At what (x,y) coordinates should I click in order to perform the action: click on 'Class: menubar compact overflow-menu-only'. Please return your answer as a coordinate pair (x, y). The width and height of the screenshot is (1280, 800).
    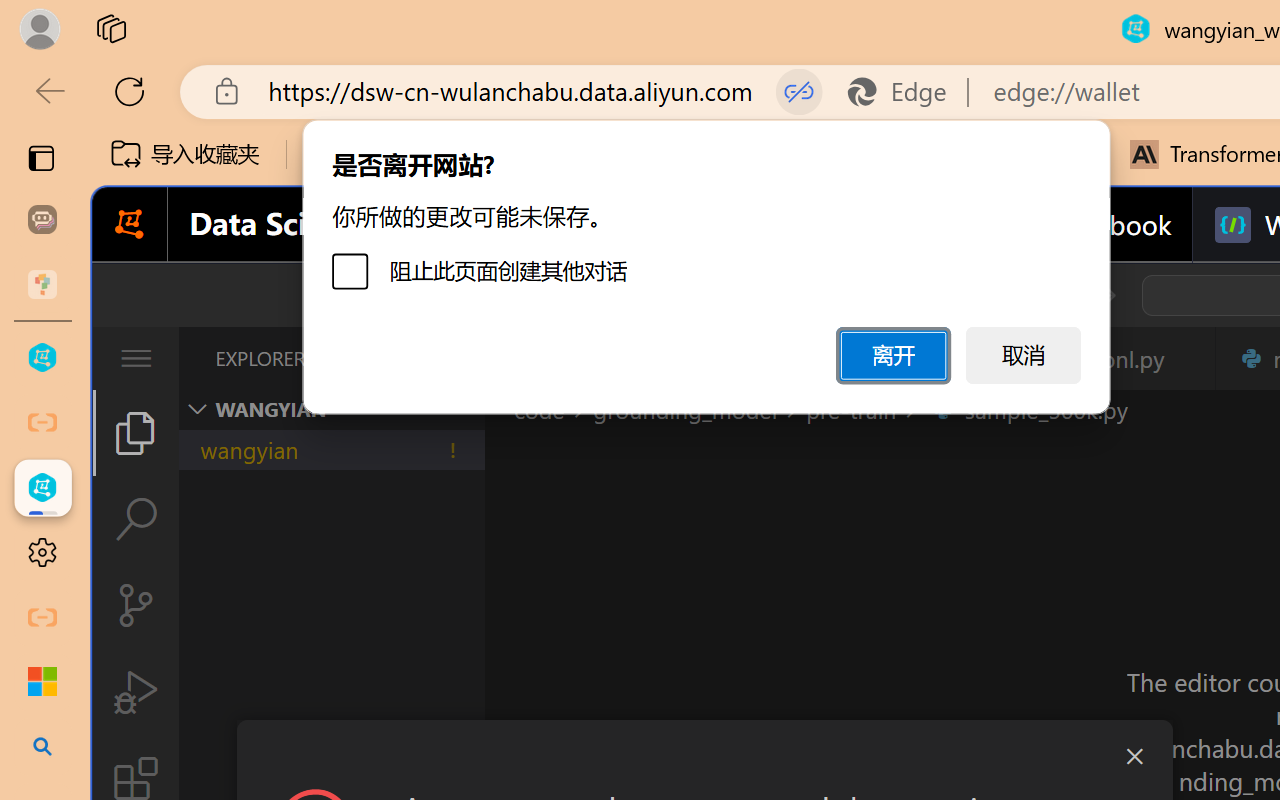
    Looking at the image, I should click on (134, 358).